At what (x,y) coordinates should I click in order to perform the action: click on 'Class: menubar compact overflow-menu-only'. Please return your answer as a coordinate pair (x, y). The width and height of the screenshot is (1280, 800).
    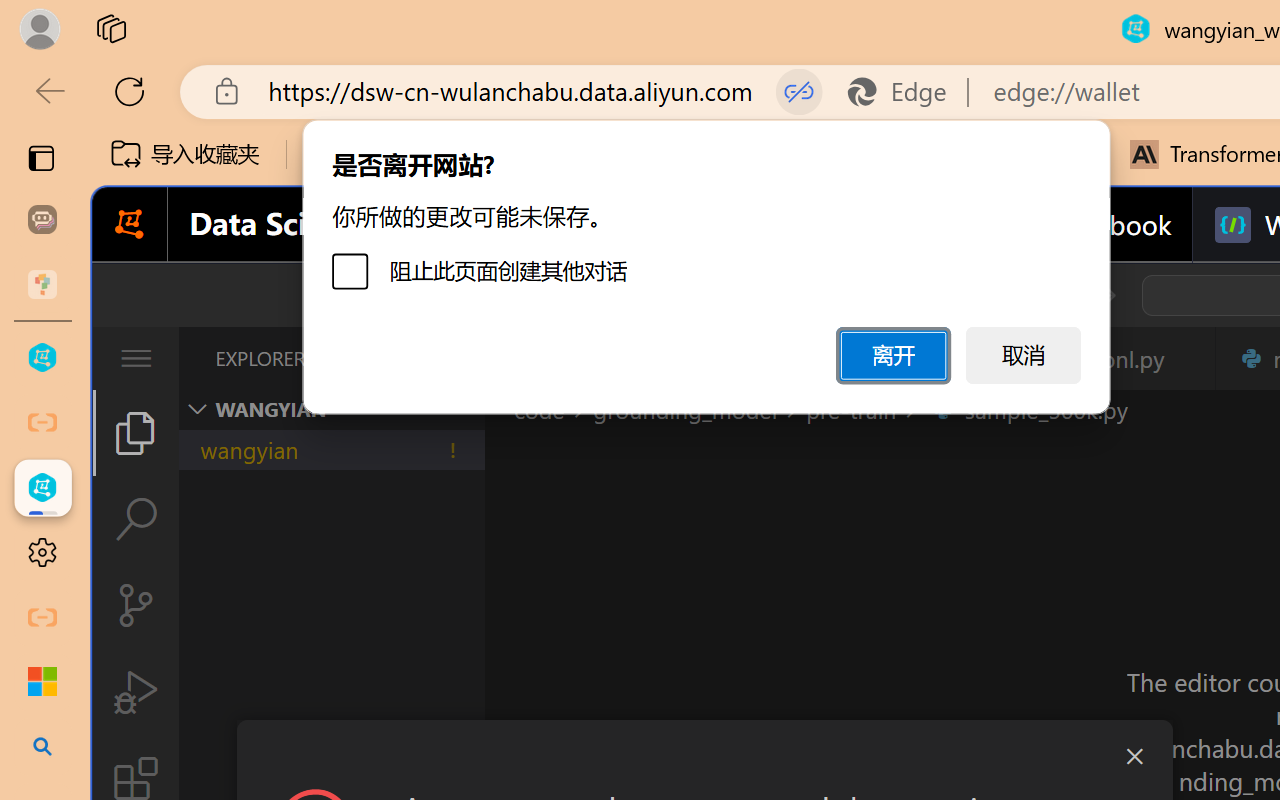
    Looking at the image, I should click on (134, 358).